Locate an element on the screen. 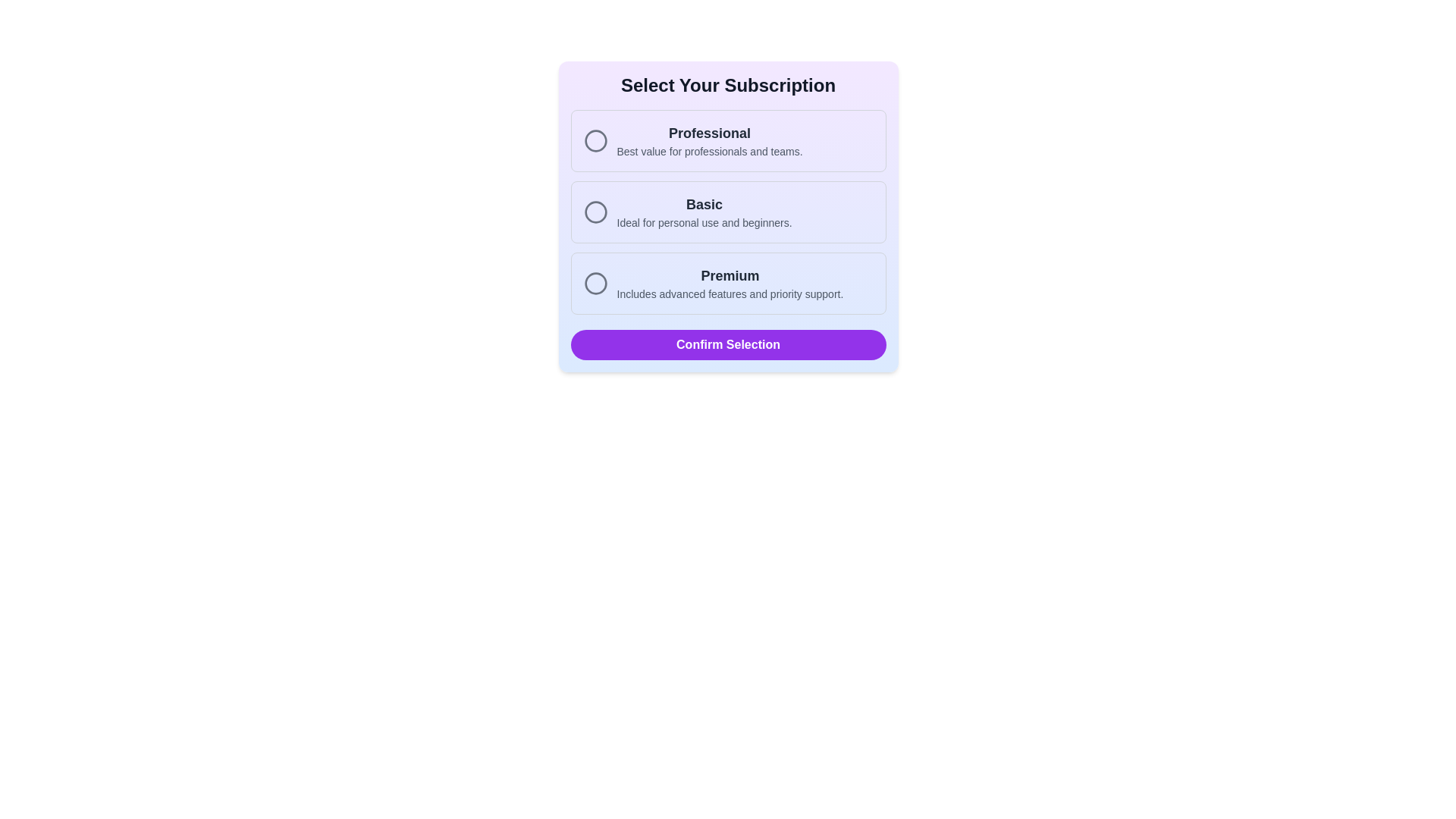 The image size is (1456, 819). the label displaying 'Professional' and 'Best value for professionals and teams.' located in the second row of the subscription options list, to the right of the circular radio button is located at coordinates (709, 140).